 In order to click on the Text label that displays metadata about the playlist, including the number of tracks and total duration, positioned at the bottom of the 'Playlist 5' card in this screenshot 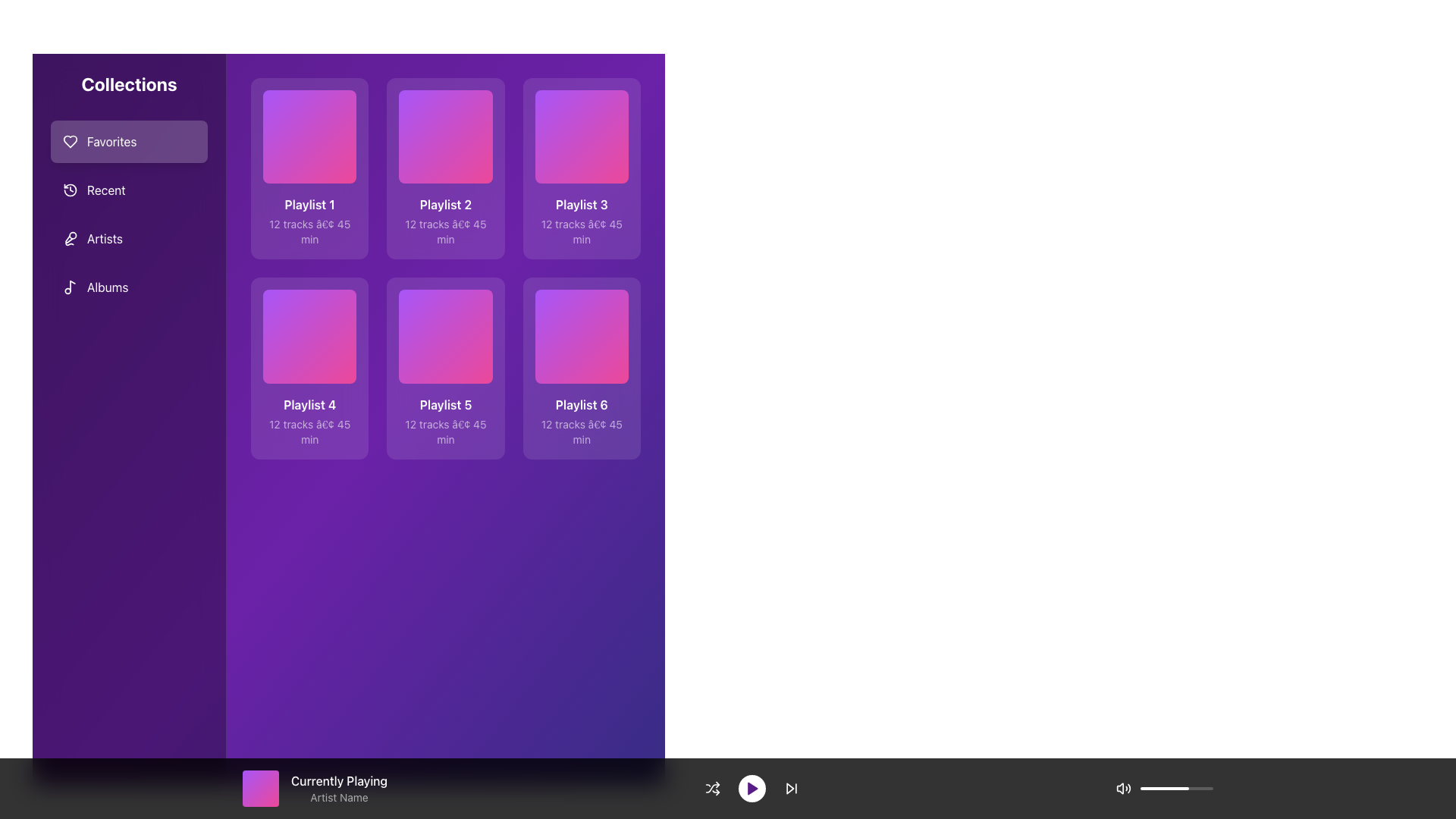, I will do `click(444, 431)`.